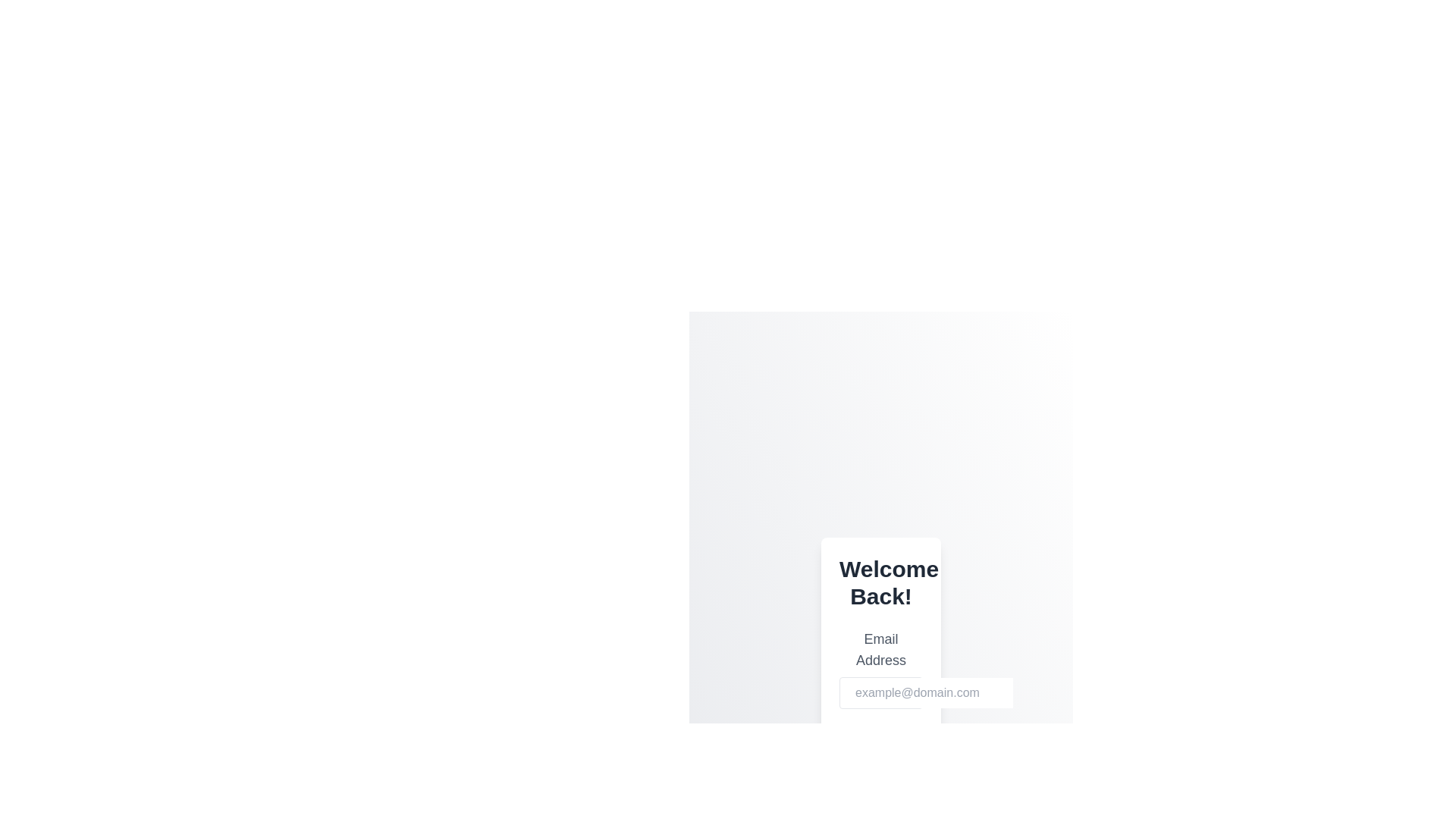 The width and height of the screenshot is (1456, 819). Describe the element at coordinates (880, 693) in the screenshot. I see `the text input field for 'Email Address' which is styled with a border and rounded corners, displaying the placeholder 'example@domain.com'` at that location.